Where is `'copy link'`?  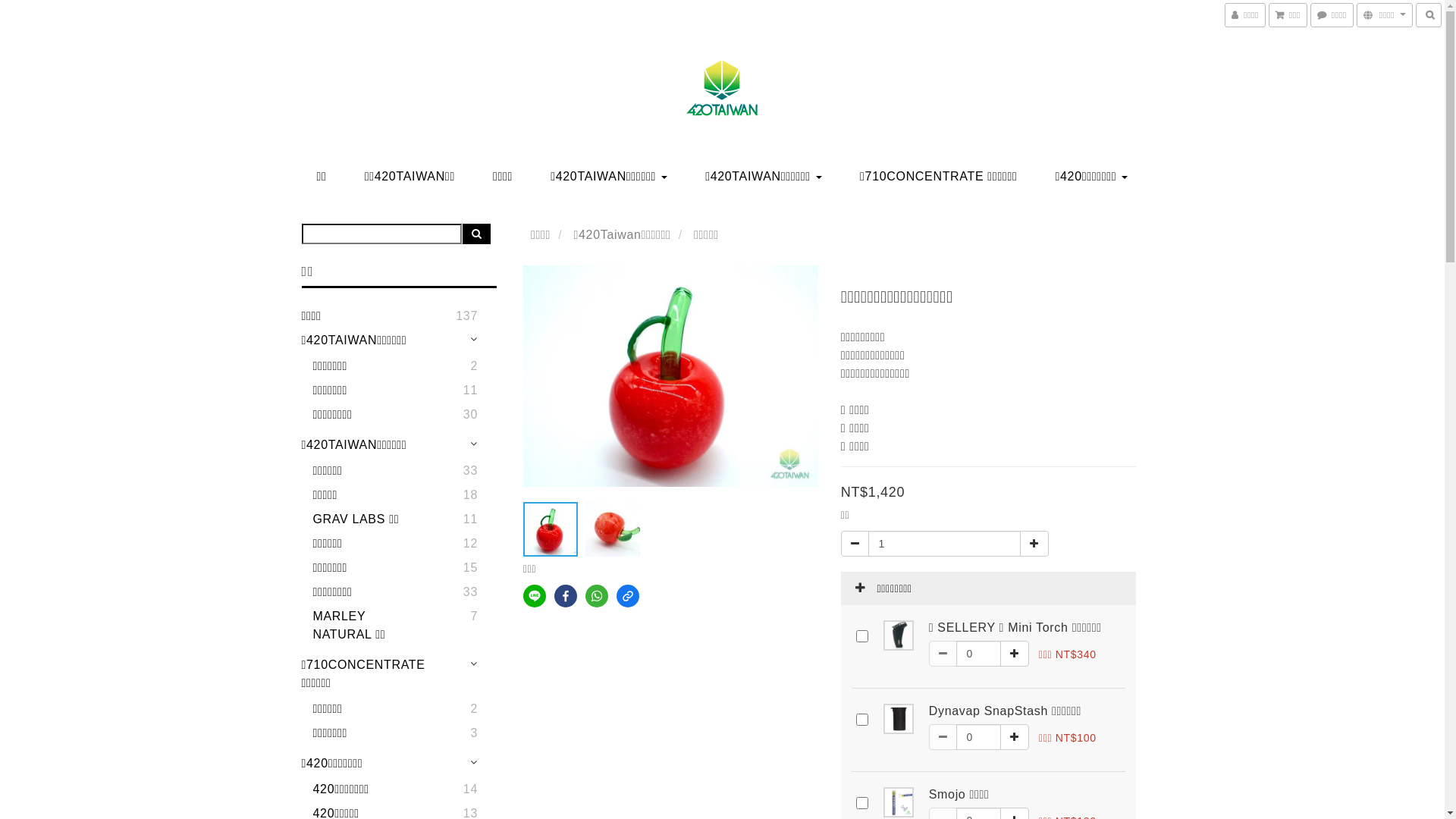 'copy link' is located at coordinates (628, 595).